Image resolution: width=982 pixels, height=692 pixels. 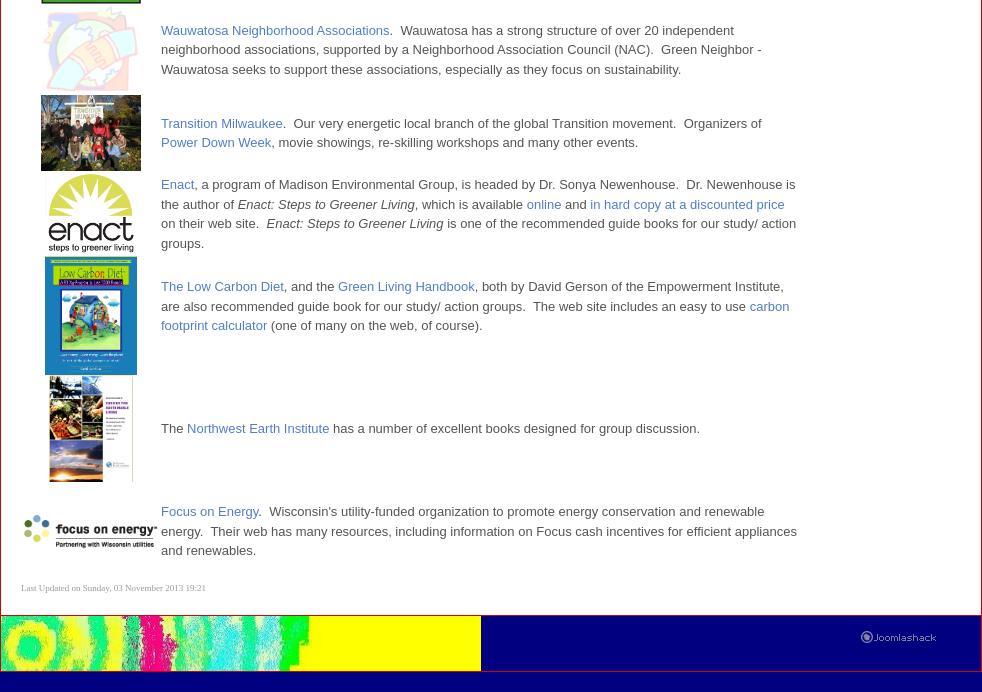 What do you see at coordinates (173, 427) in the screenshot?
I see `'The'` at bounding box center [173, 427].